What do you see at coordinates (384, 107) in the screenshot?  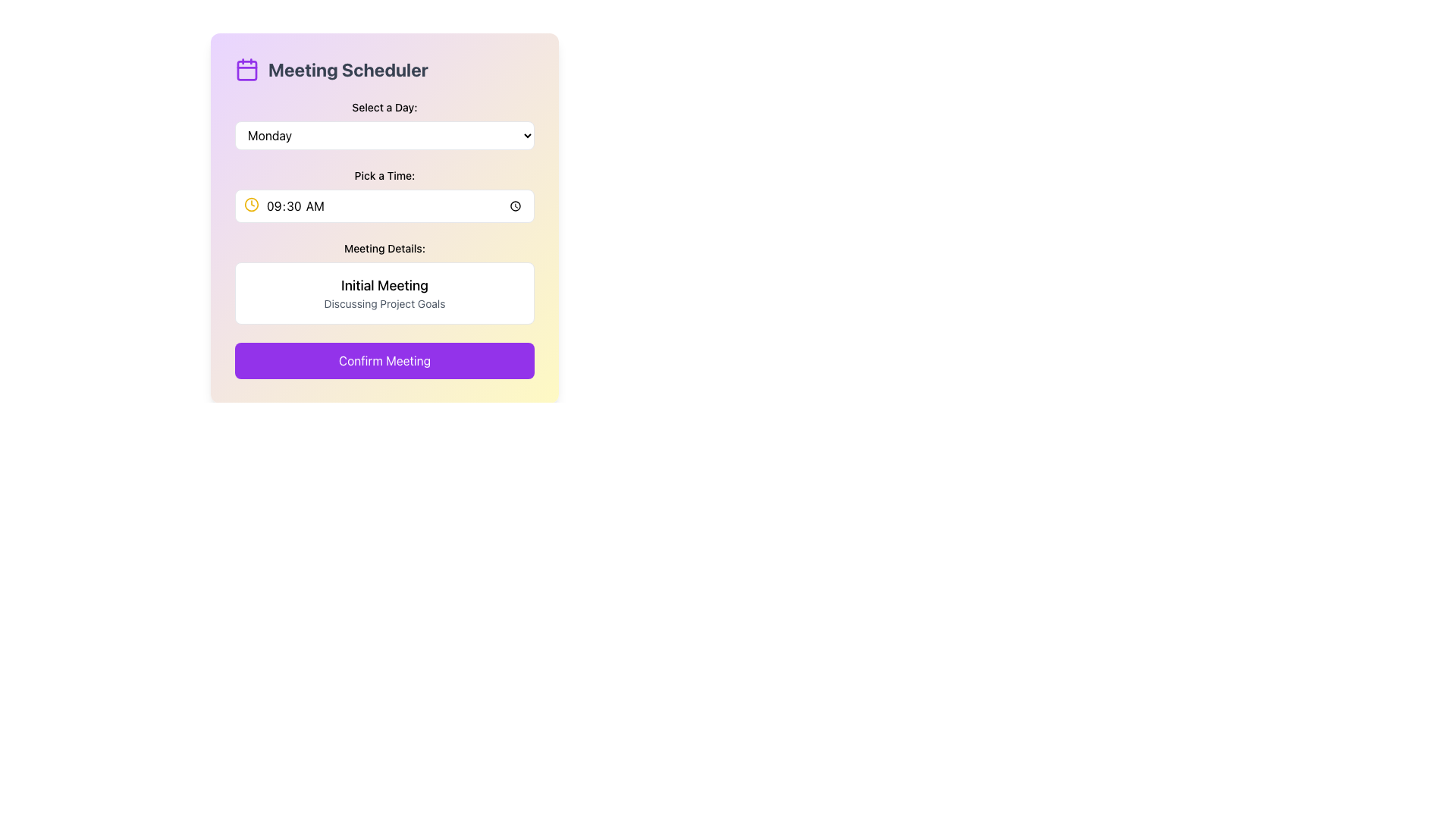 I see `the text label that introduces the dropdown input field for selecting a day, located beneath the title 'Meeting Scheduler' and above the 'Monday' dropdown` at bounding box center [384, 107].